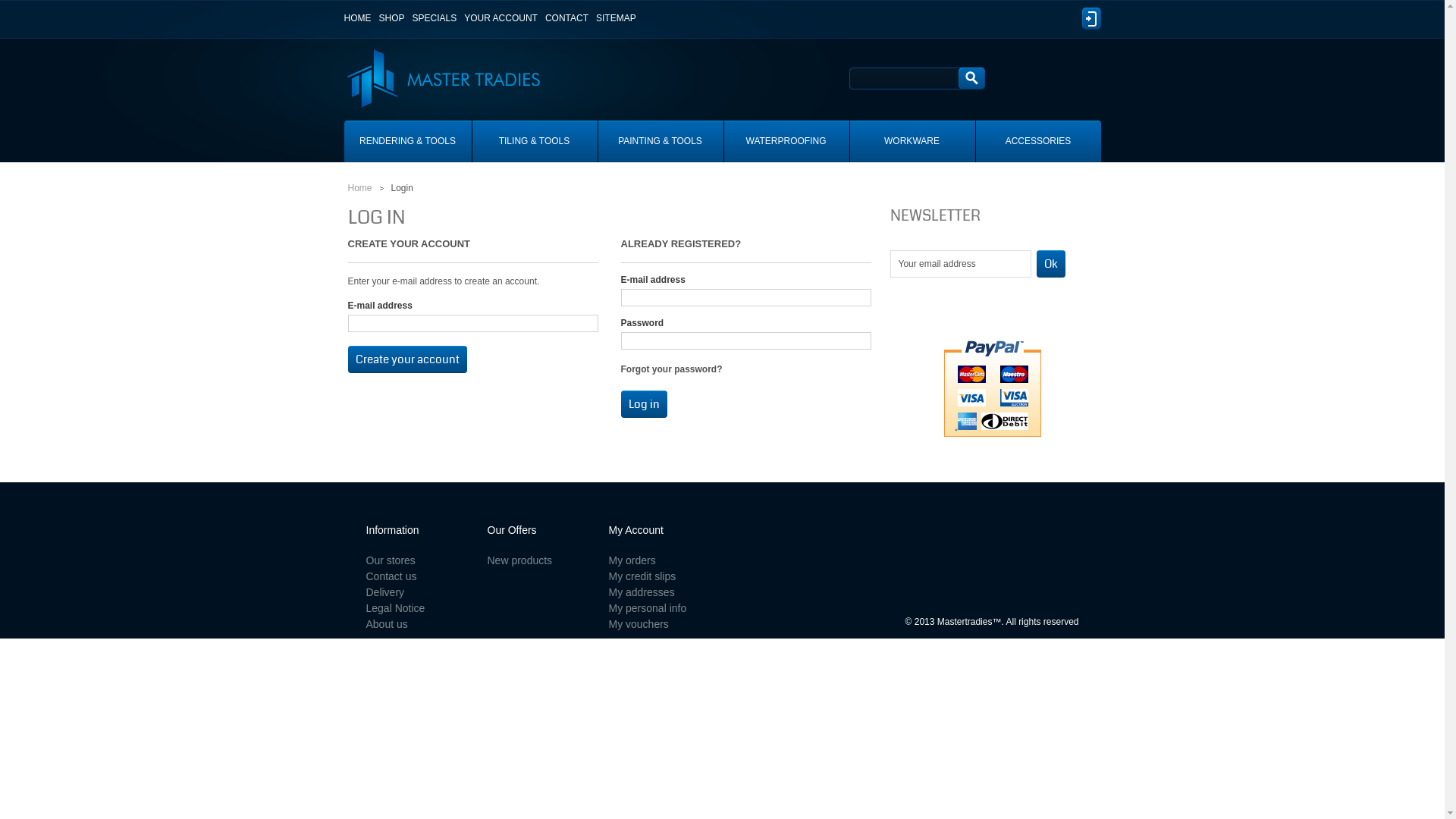  Describe the element at coordinates (434, 17) in the screenshot. I see `'SPECIALS'` at that location.